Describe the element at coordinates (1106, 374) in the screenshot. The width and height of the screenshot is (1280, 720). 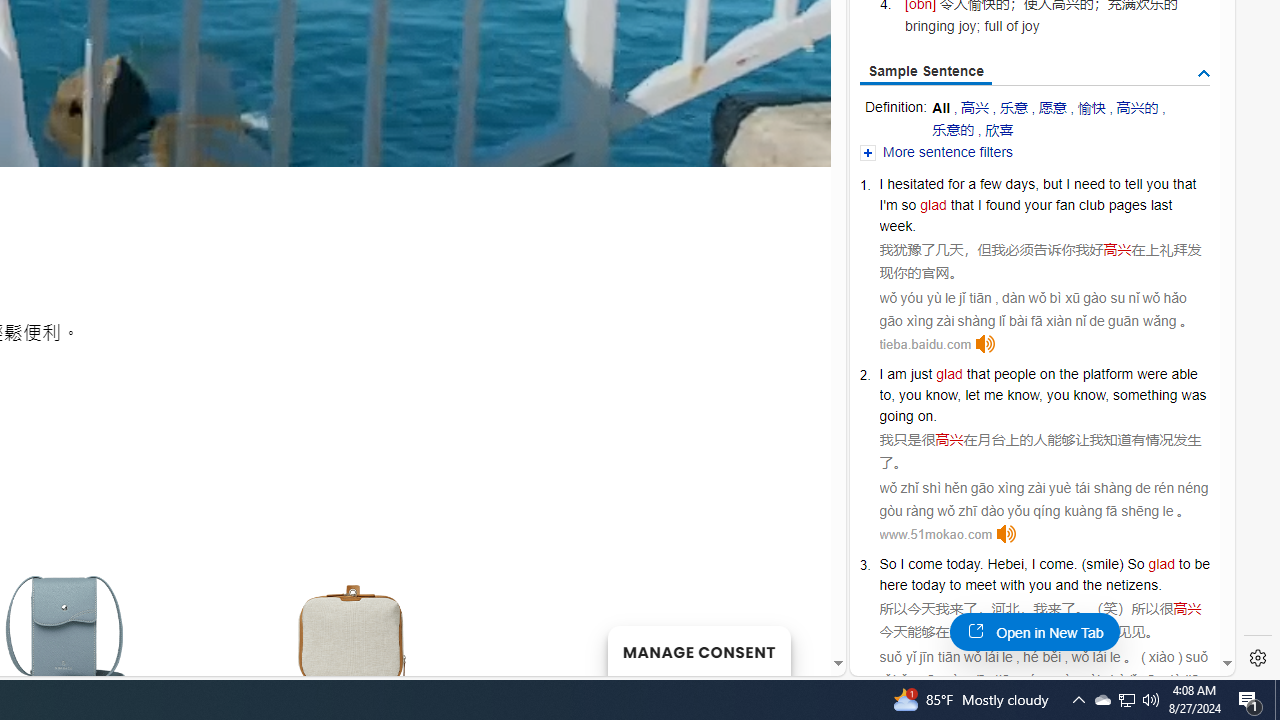
I see `'platform'` at that location.